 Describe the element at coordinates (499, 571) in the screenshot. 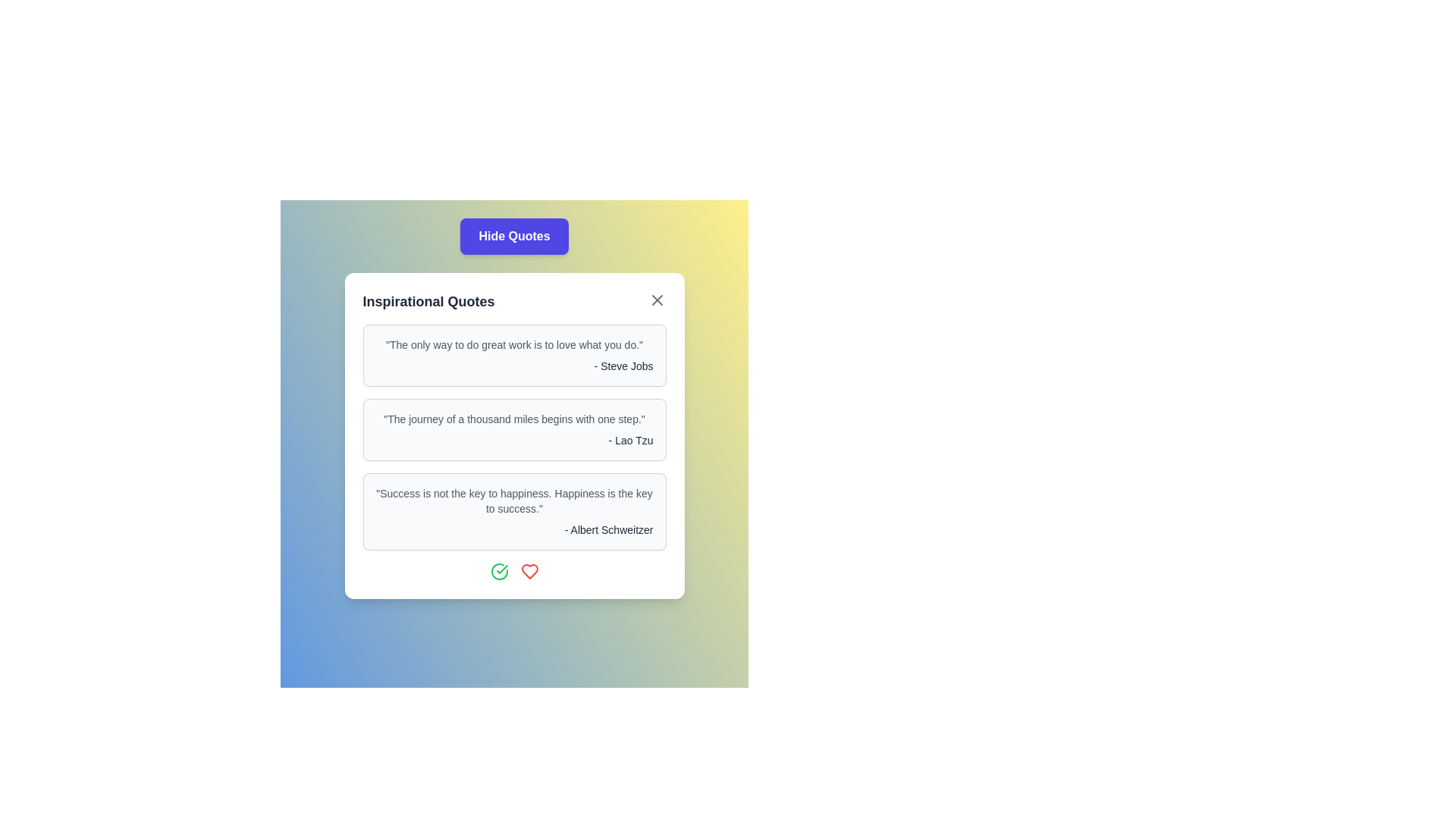

I see `the leftmost icon button in the bottom center of the modal interface` at that location.